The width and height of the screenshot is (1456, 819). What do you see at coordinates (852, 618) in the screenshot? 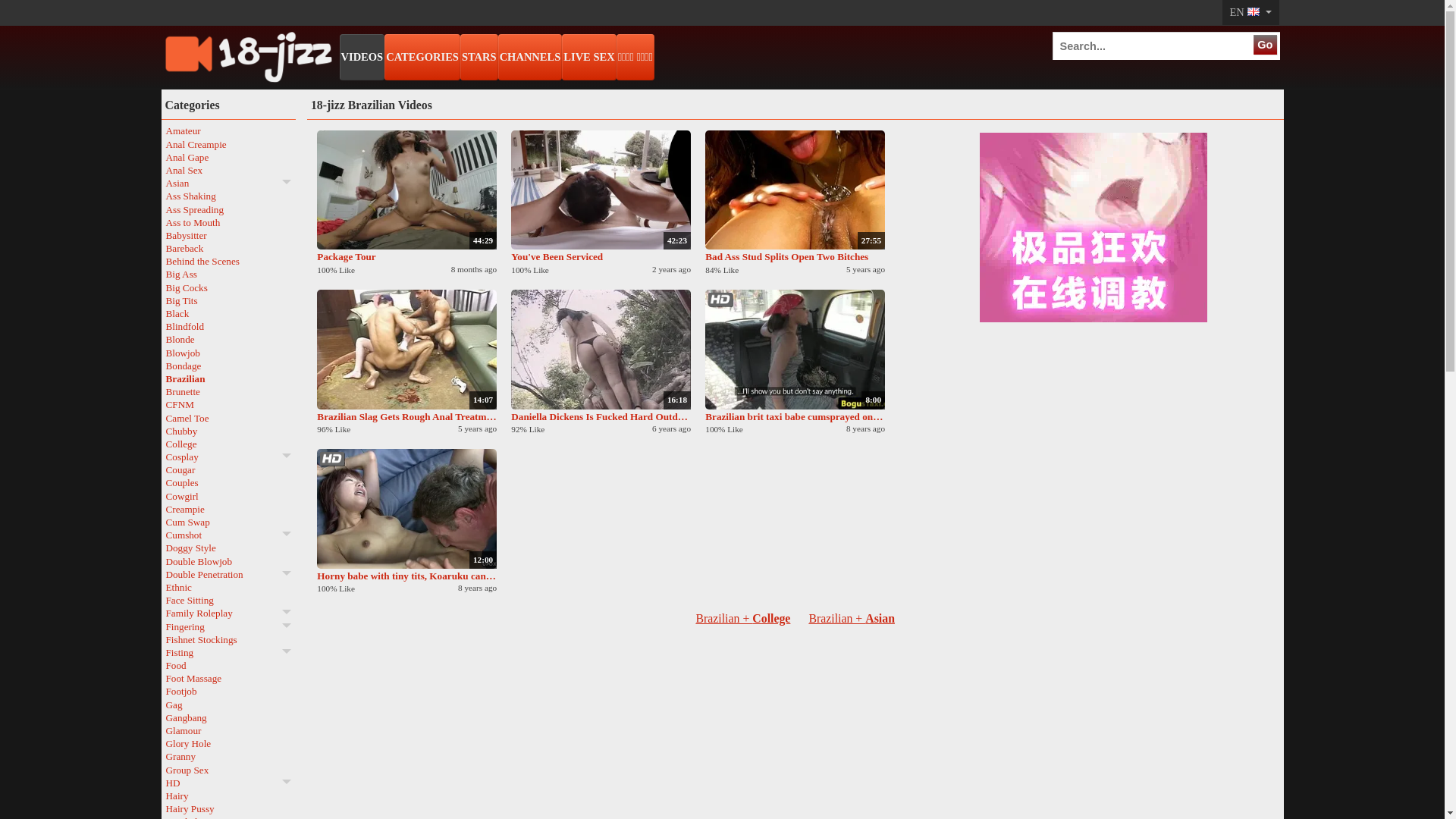
I see `'Brazilian + Asian'` at bounding box center [852, 618].